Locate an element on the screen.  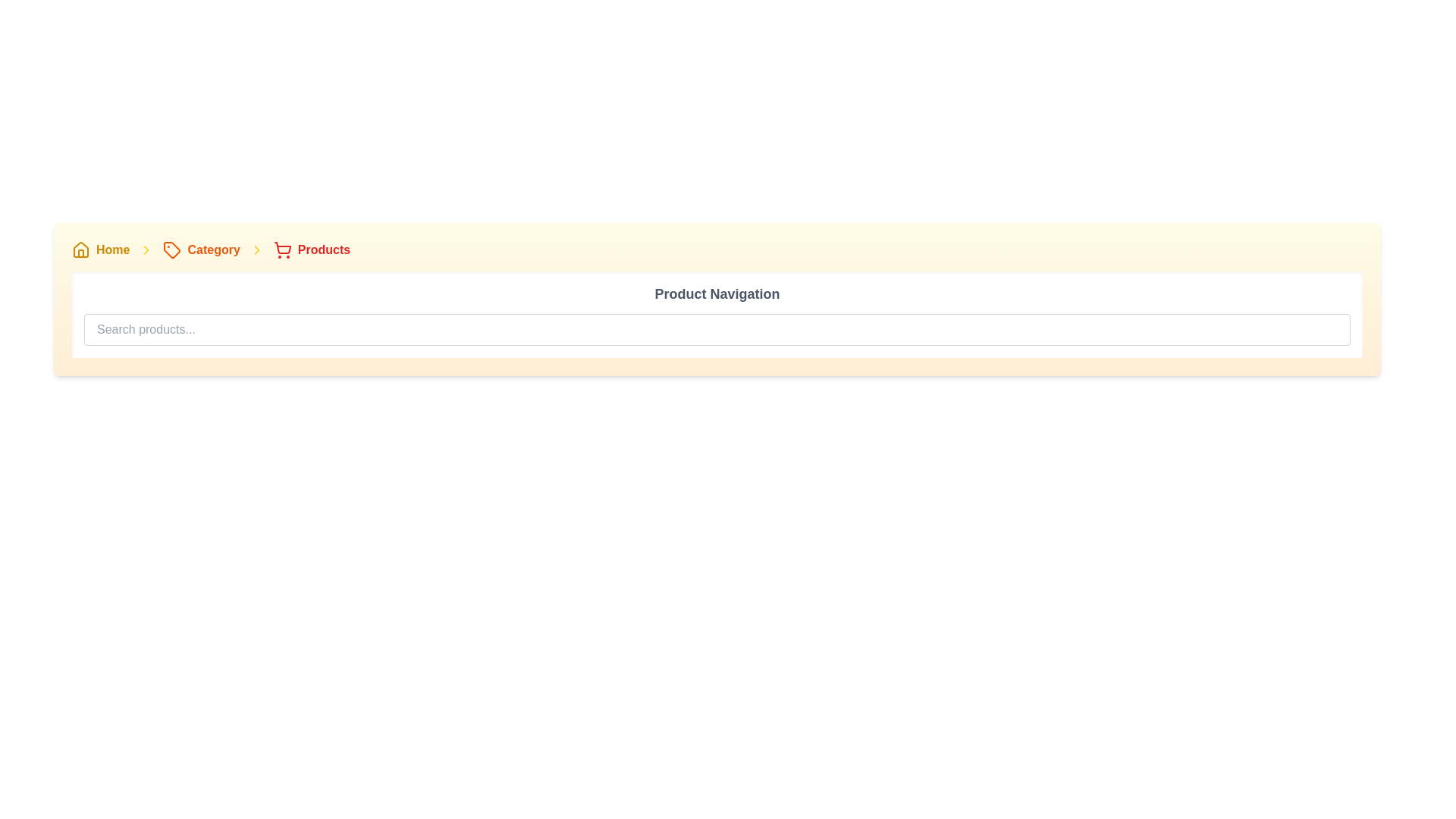
the bold text label displaying 'Product Navigation' which is styled in gray and centered above the search input field is located at coordinates (716, 294).